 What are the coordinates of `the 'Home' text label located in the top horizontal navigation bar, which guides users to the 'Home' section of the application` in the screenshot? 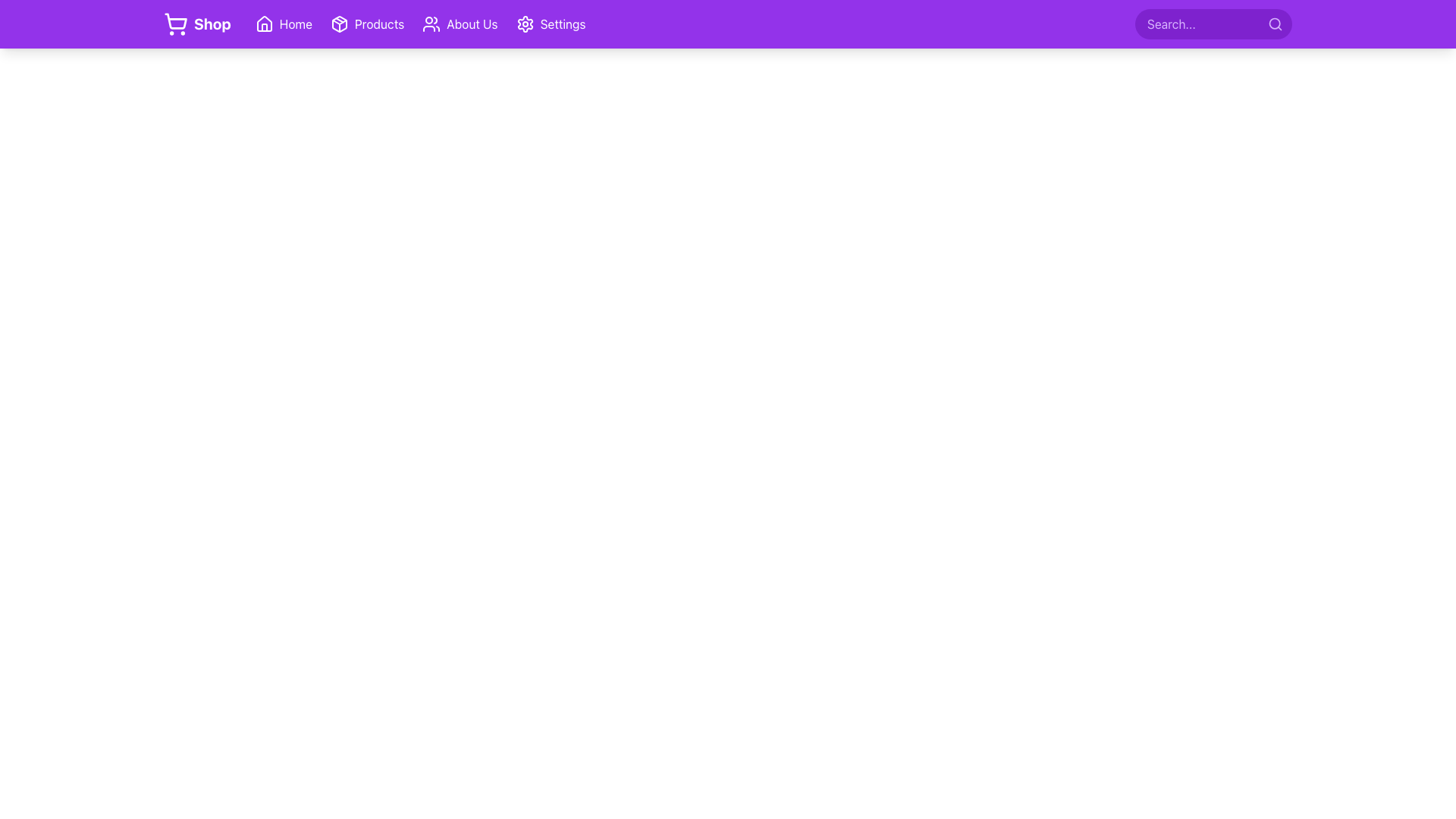 It's located at (296, 24).